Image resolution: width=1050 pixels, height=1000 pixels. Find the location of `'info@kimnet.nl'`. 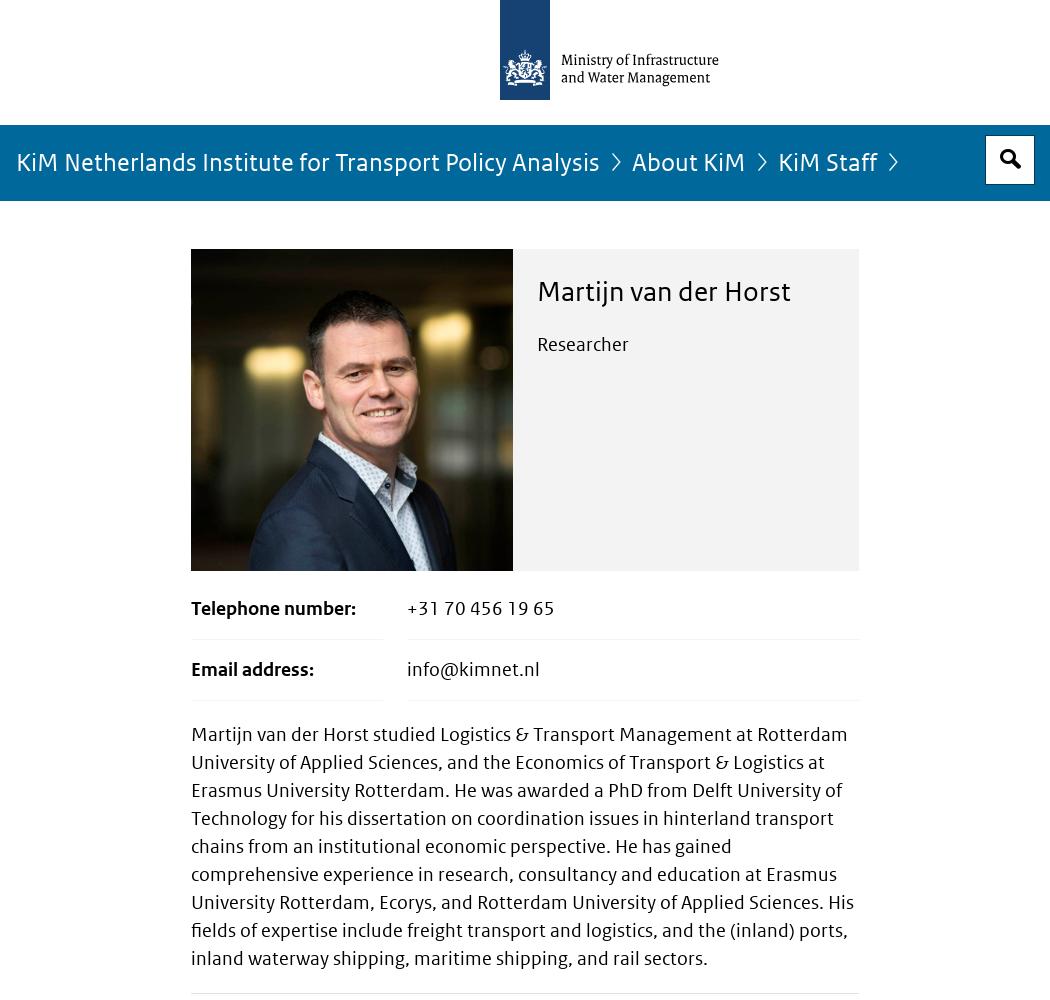

'info@kimnet.nl' is located at coordinates (473, 669).